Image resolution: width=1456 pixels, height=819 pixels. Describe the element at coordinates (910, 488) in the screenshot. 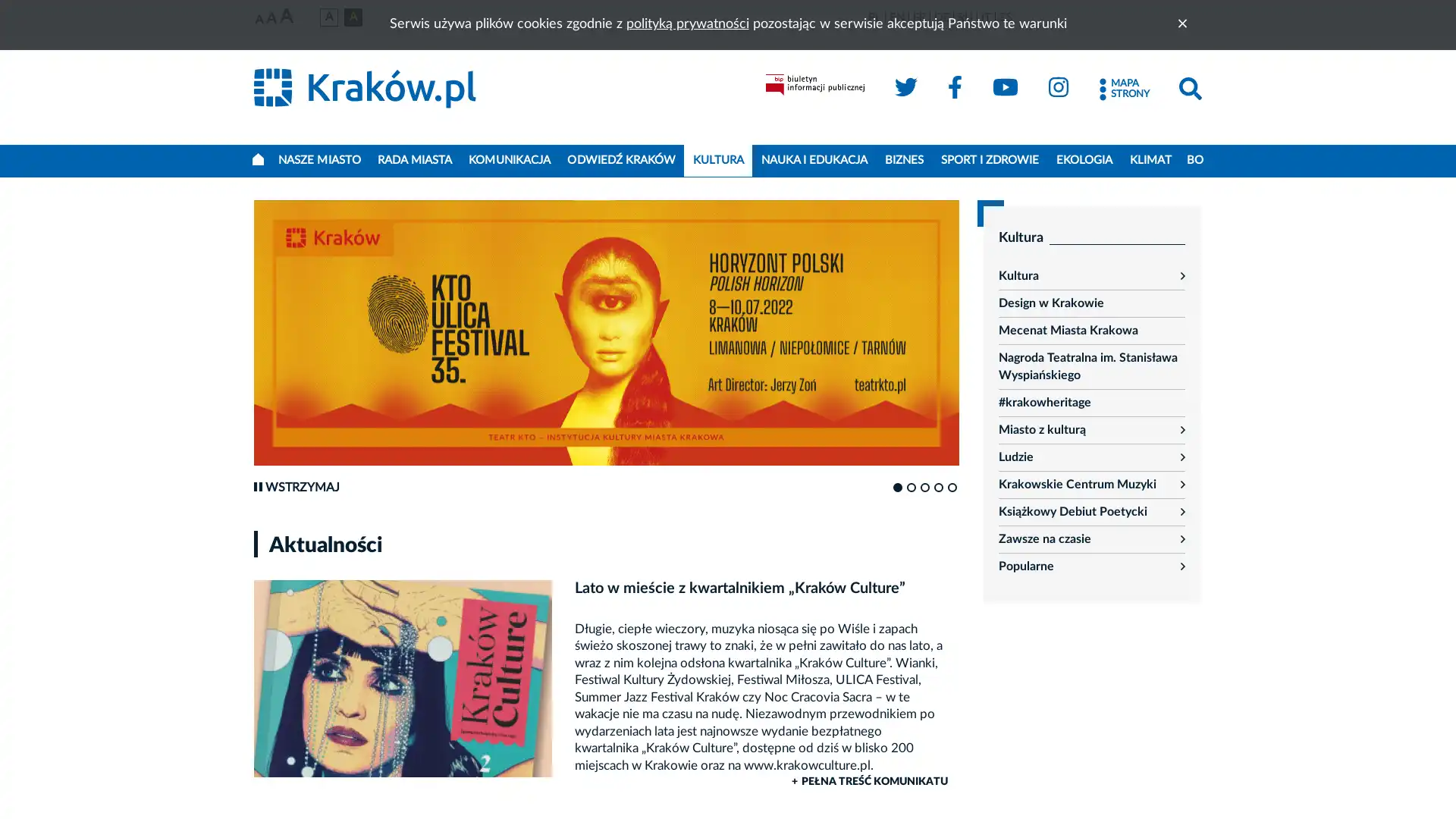

I see `Go to slide 2` at that location.